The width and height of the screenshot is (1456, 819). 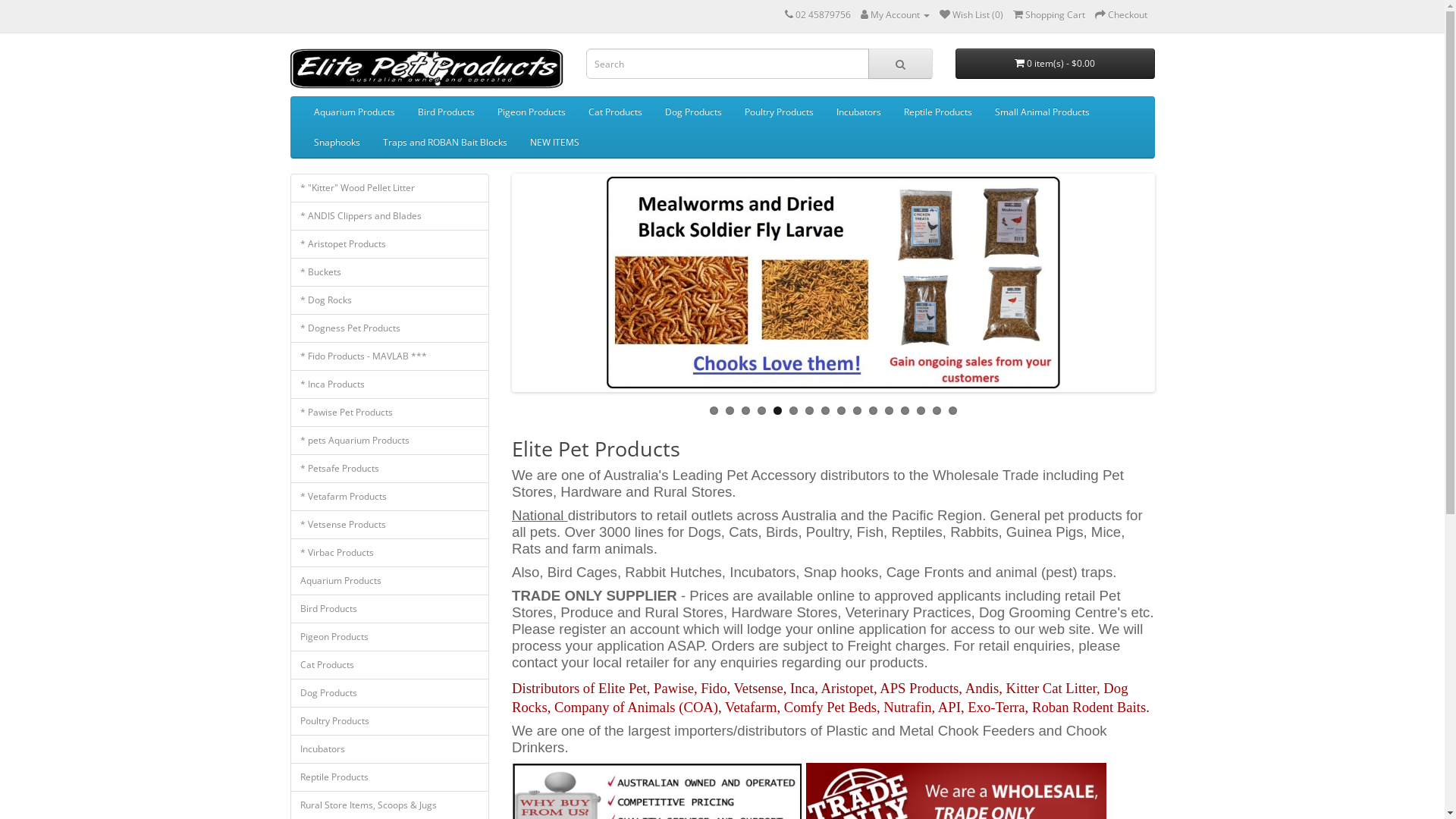 What do you see at coordinates (971, 14) in the screenshot?
I see `'Wish List (0)'` at bounding box center [971, 14].